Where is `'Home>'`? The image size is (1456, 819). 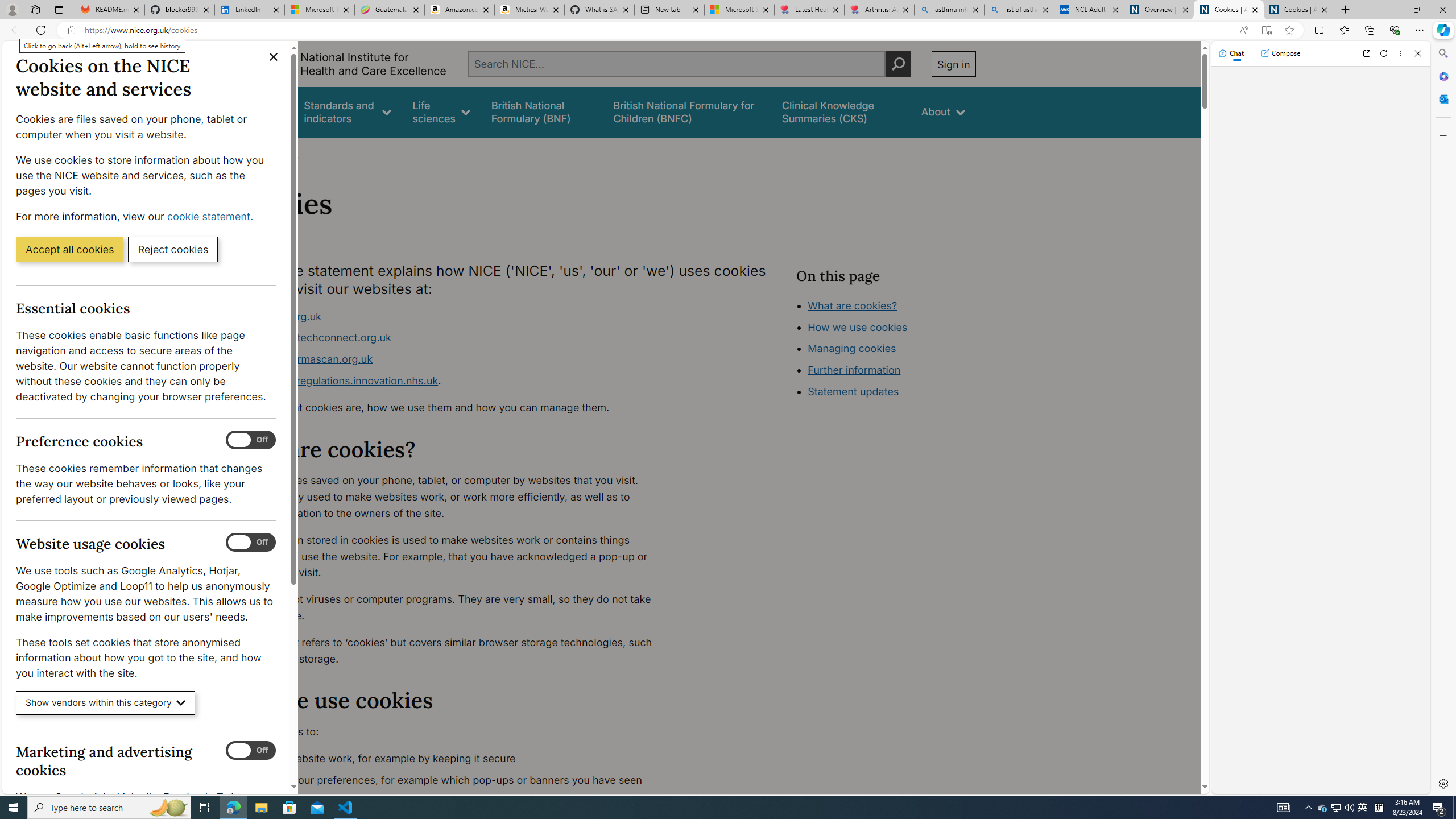 'Home>' is located at coordinates (246, 152).